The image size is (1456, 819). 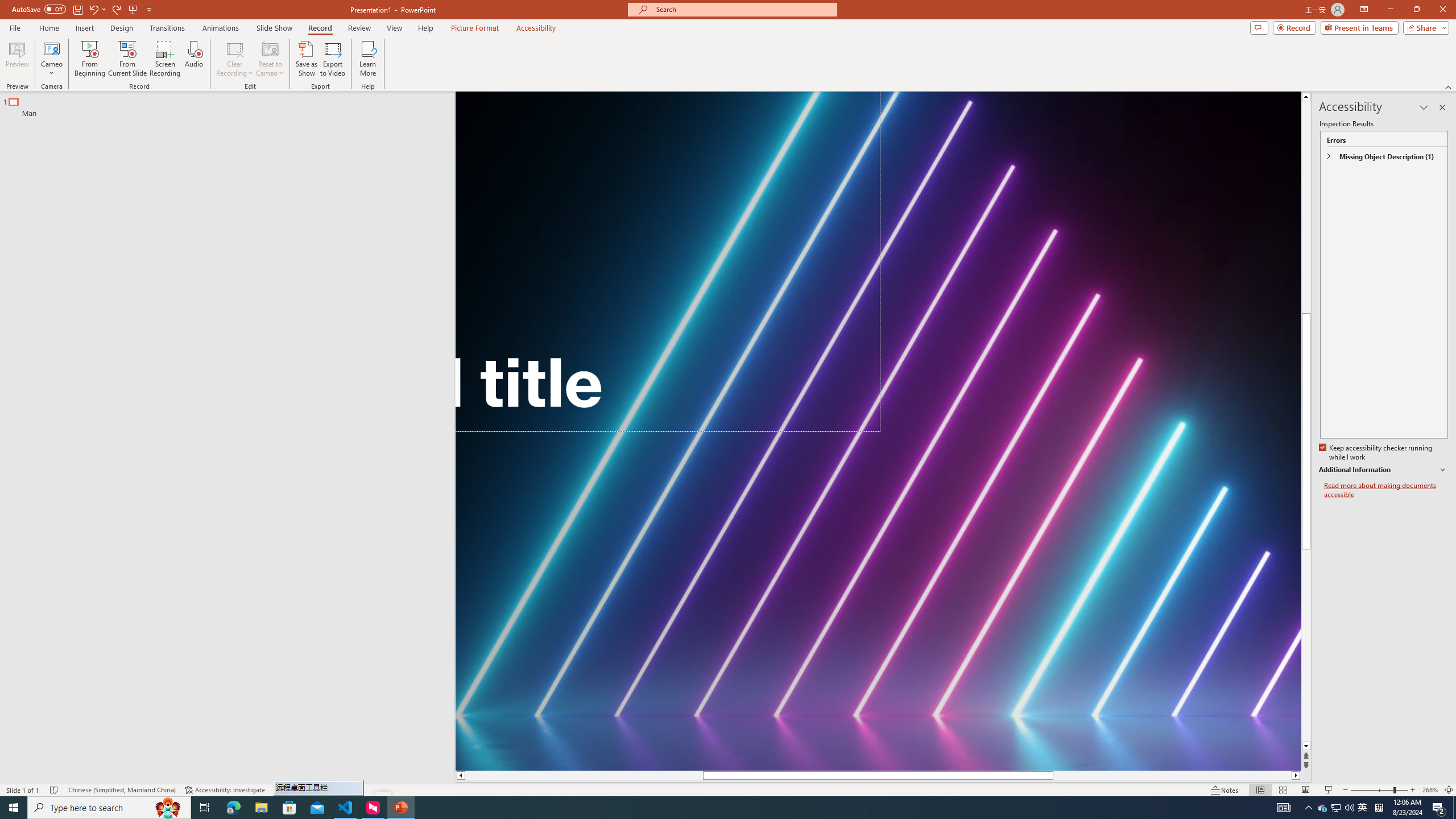 I want to click on 'Redo', so click(x=117, y=9).